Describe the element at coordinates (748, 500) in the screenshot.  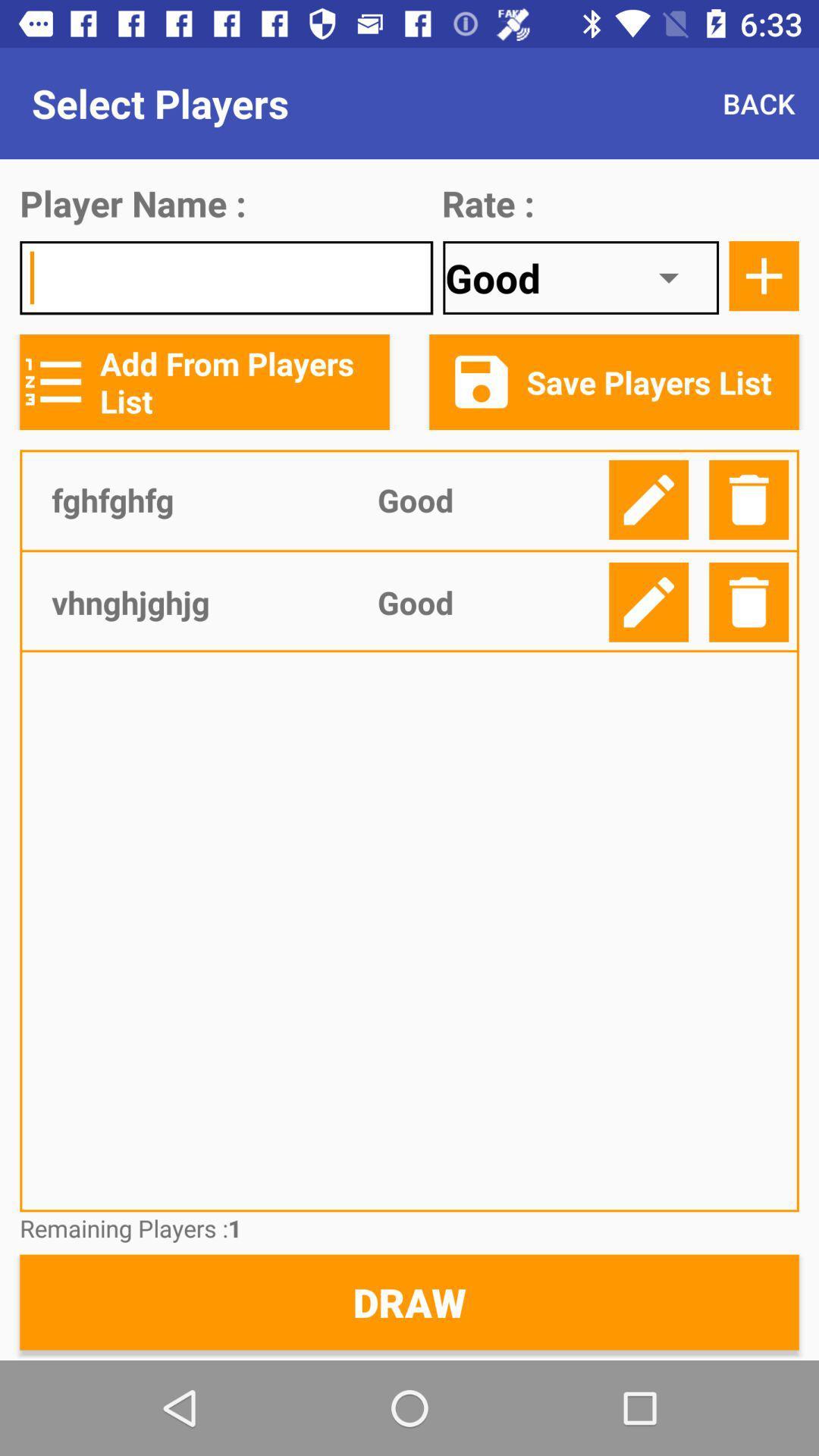
I see `delete` at that location.